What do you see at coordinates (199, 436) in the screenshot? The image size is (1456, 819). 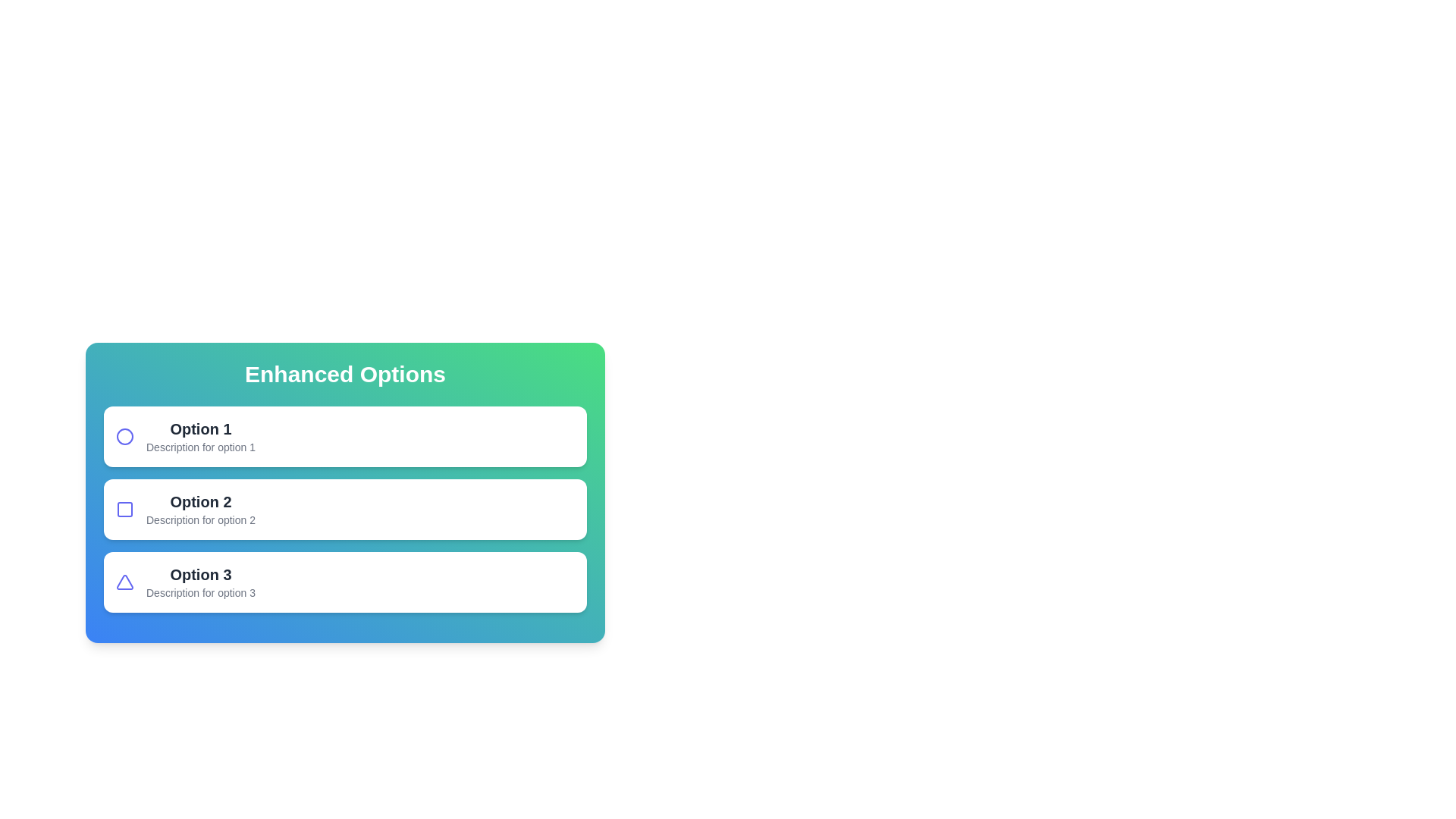 I see `the Text label with the header 'Option 1'` at bounding box center [199, 436].